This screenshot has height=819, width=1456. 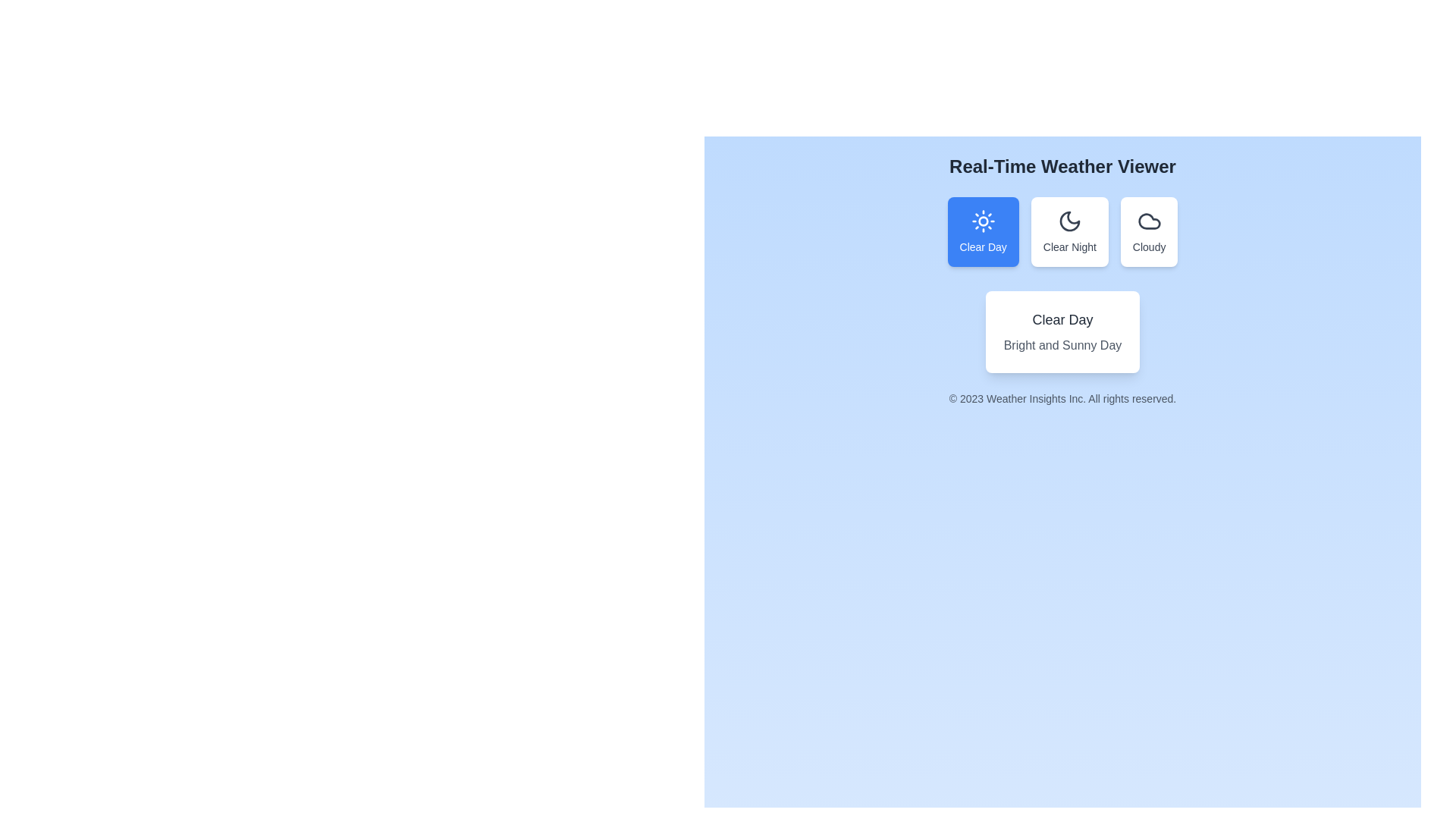 What do you see at coordinates (983, 221) in the screenshot?
I see `the sun-shaped SVG icon, which is styled in an outlined format with a white stroke against a blue background, located in the first selectable card above the 'Clear Day' text label` at bounding box center [983, 221].